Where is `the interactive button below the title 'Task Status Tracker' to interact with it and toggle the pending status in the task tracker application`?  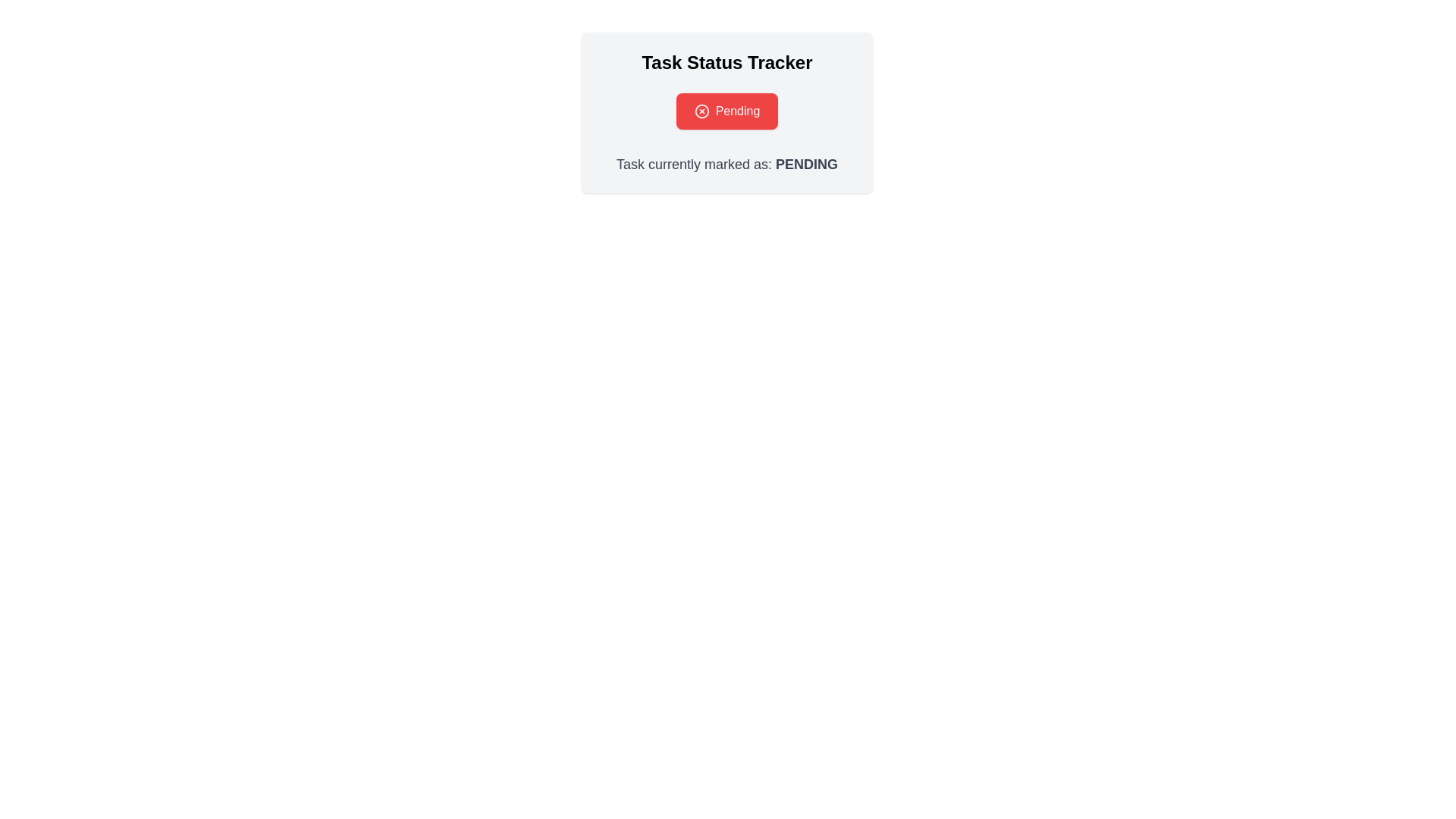 the interactive button below the title 'Task Status Tracker' to interact with it and toggle the pending status in the task tracker application is located at coordinates (726, 110).